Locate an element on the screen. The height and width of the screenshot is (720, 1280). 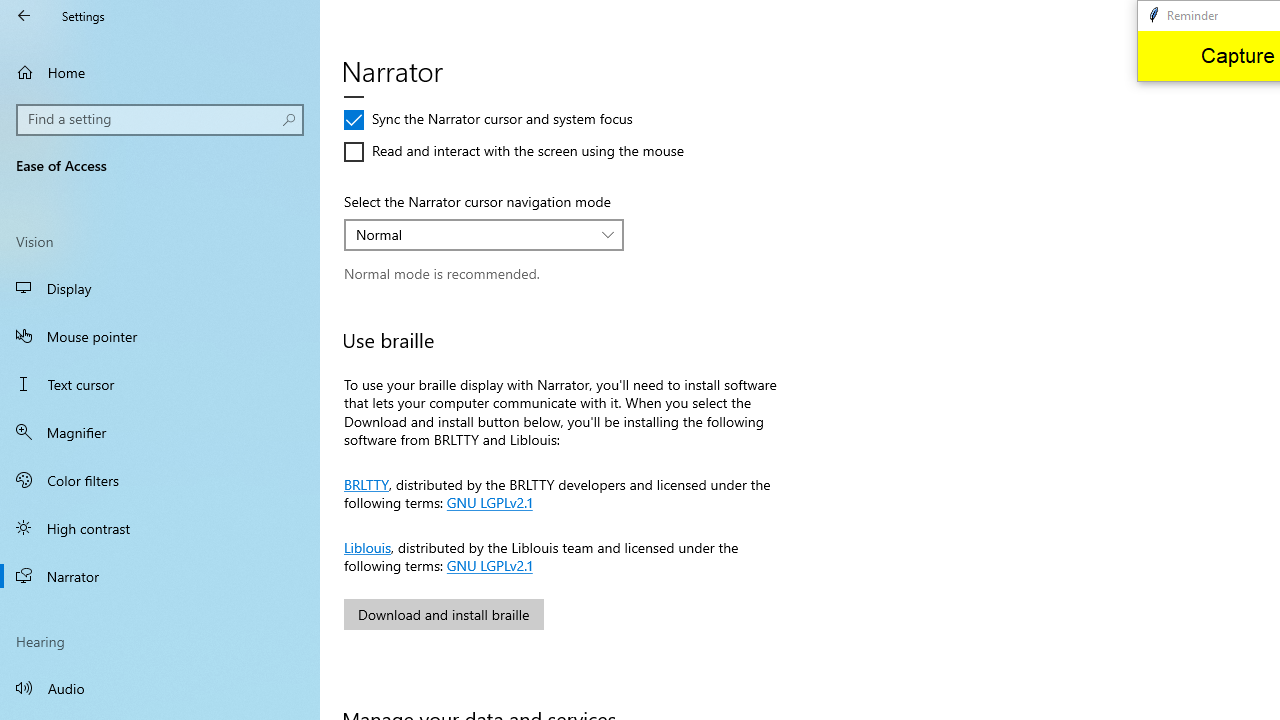
'Home' is located at coordinates (160, 71).